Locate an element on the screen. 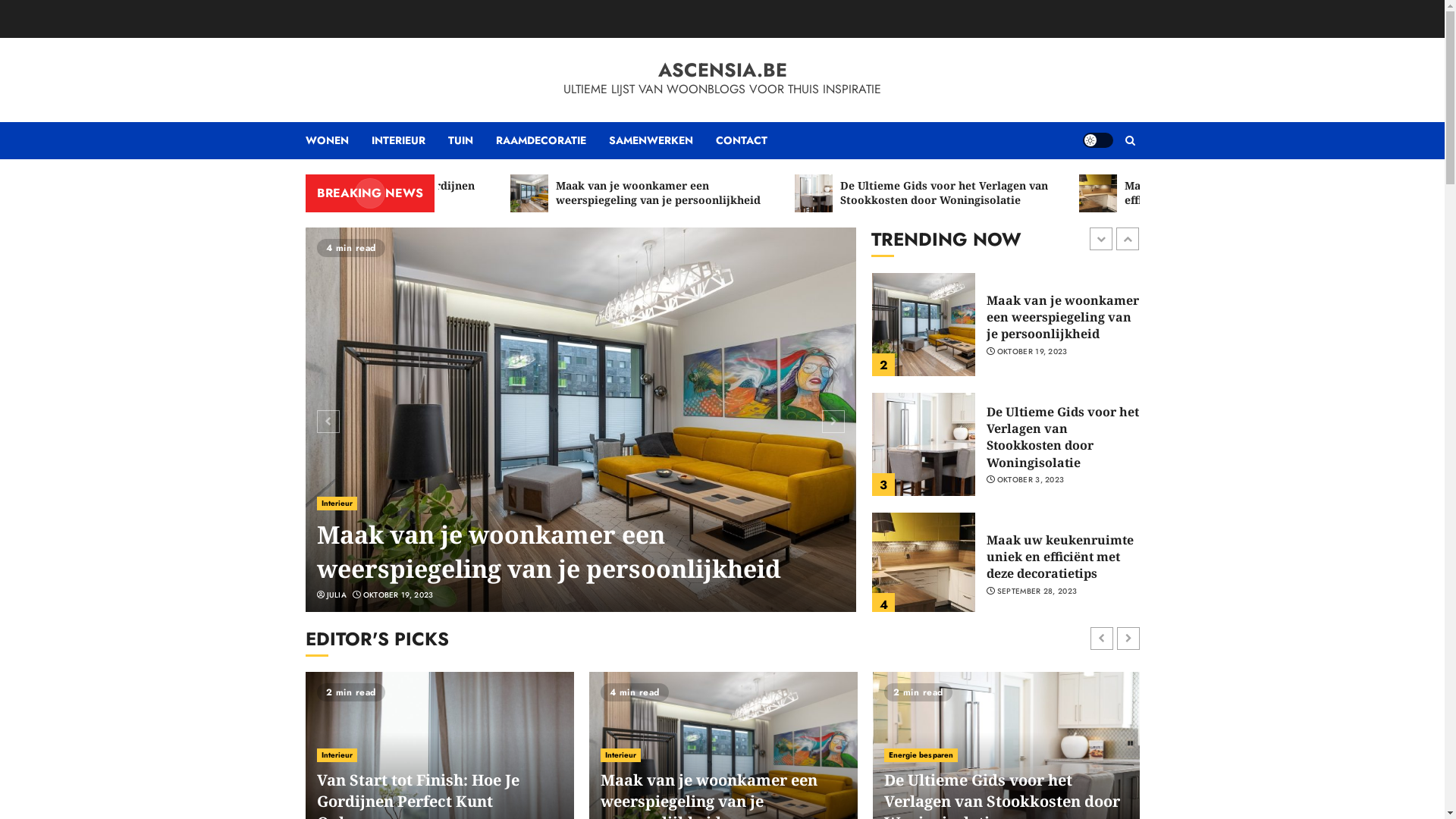 This screenshot has width=1456, height=819. 'RAAMDECORATIE' is located at coordinates (551, 140).